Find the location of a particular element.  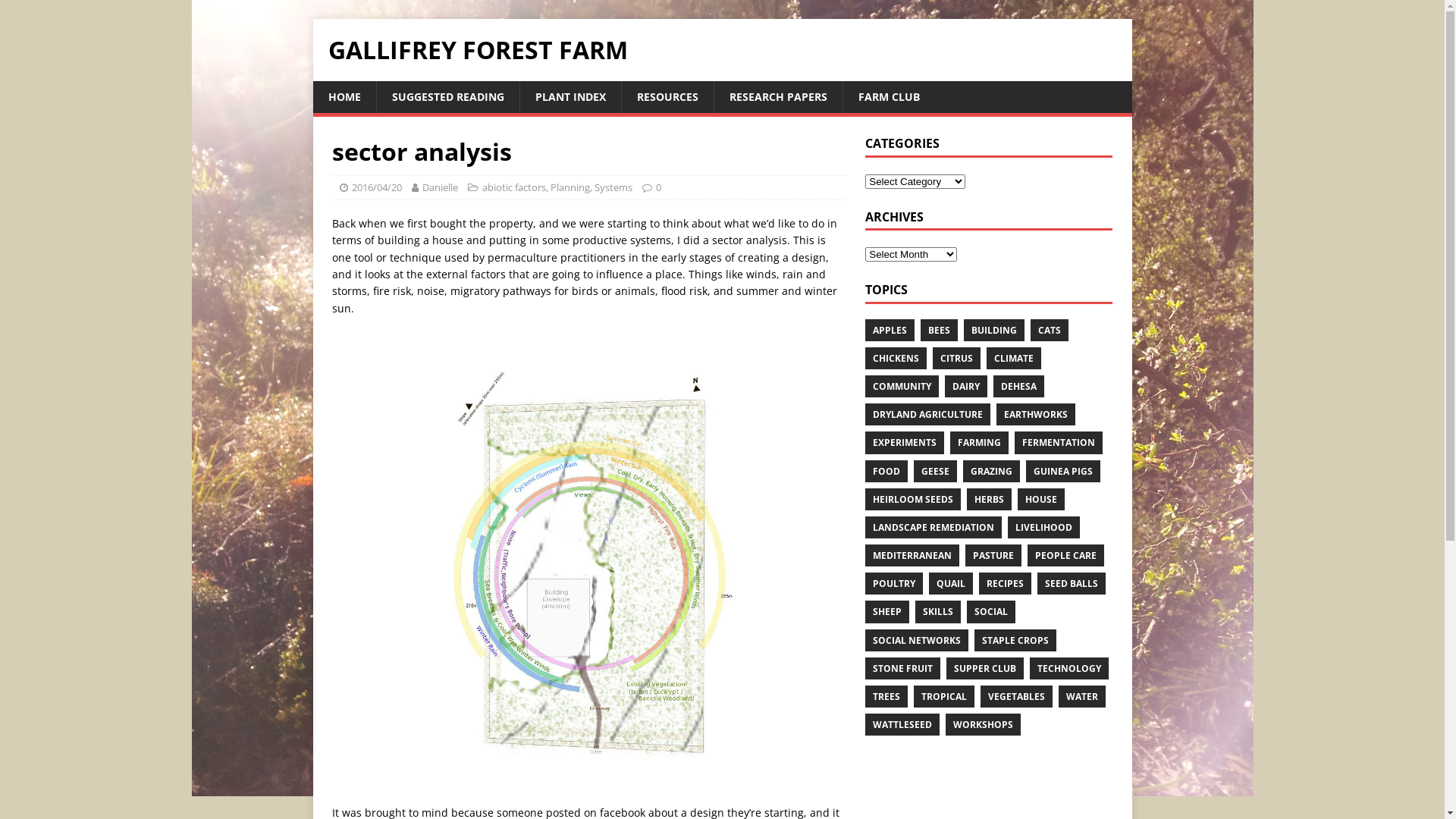

'PEOPLE CARE' is located at coordinates (1065, 555).